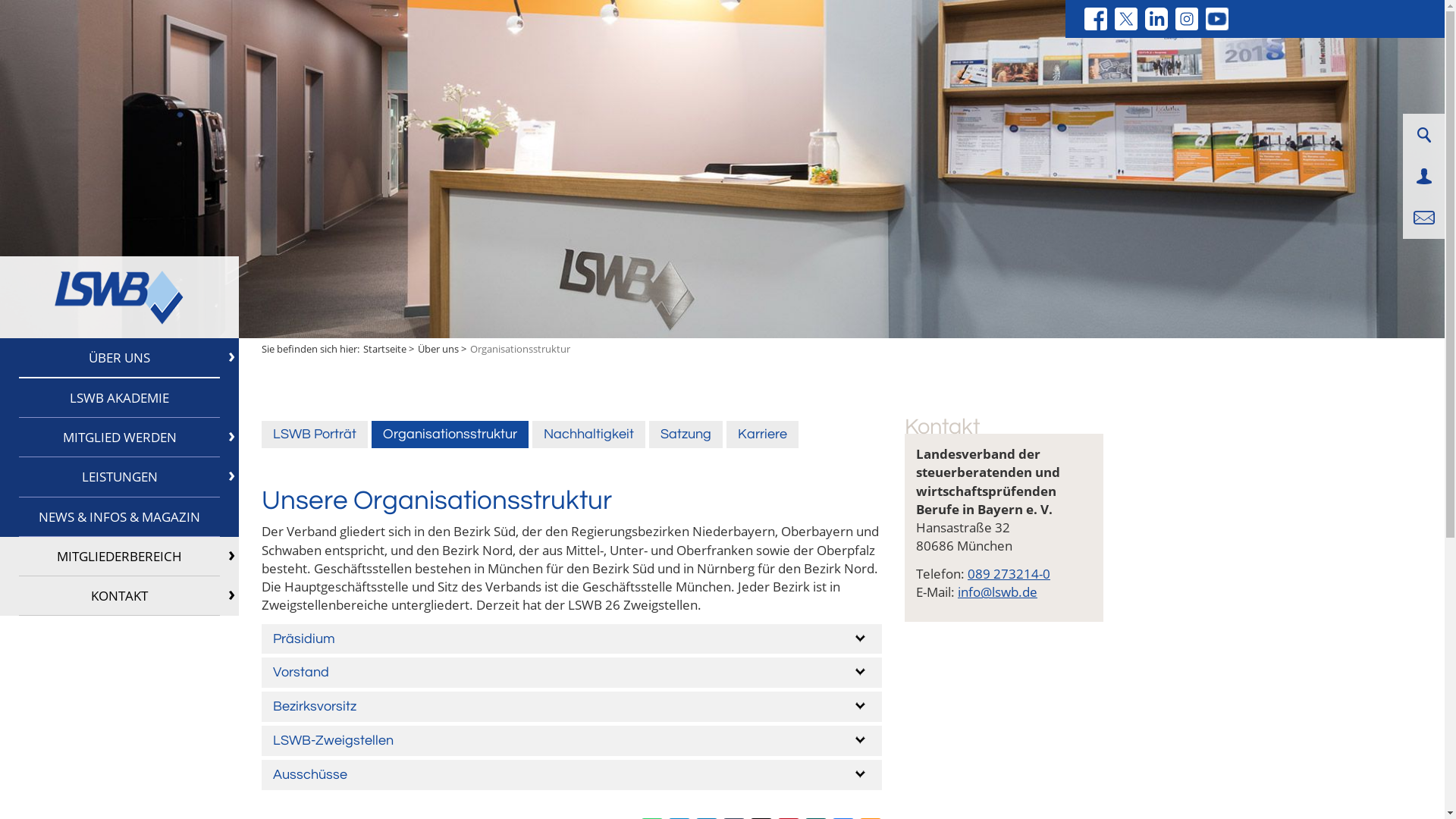 Image resolution: width=1456 pixels, height=819 pixels. Describe the element at coordinates (118, 595) in the screenshot. I see `'KONTAKT'` at that location.